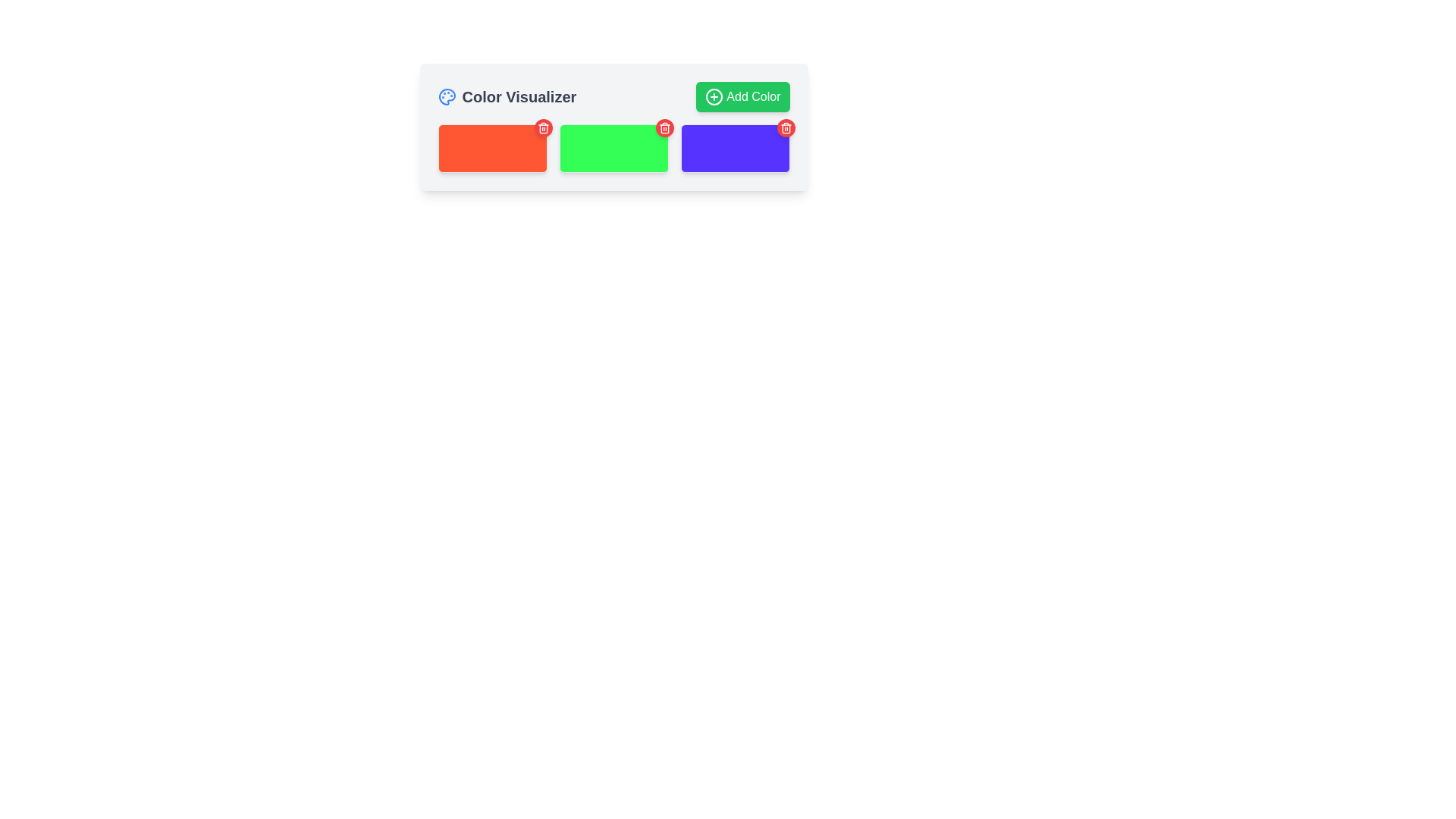 Image resolution: width=1456 pixels, height=819 pixels. What do you see at coordinates (714, 96) in the screenshot?
I see `the green circular icon with a plus sign inside, which is part of the 'Add Color' button` at bounding box center [714, 96].